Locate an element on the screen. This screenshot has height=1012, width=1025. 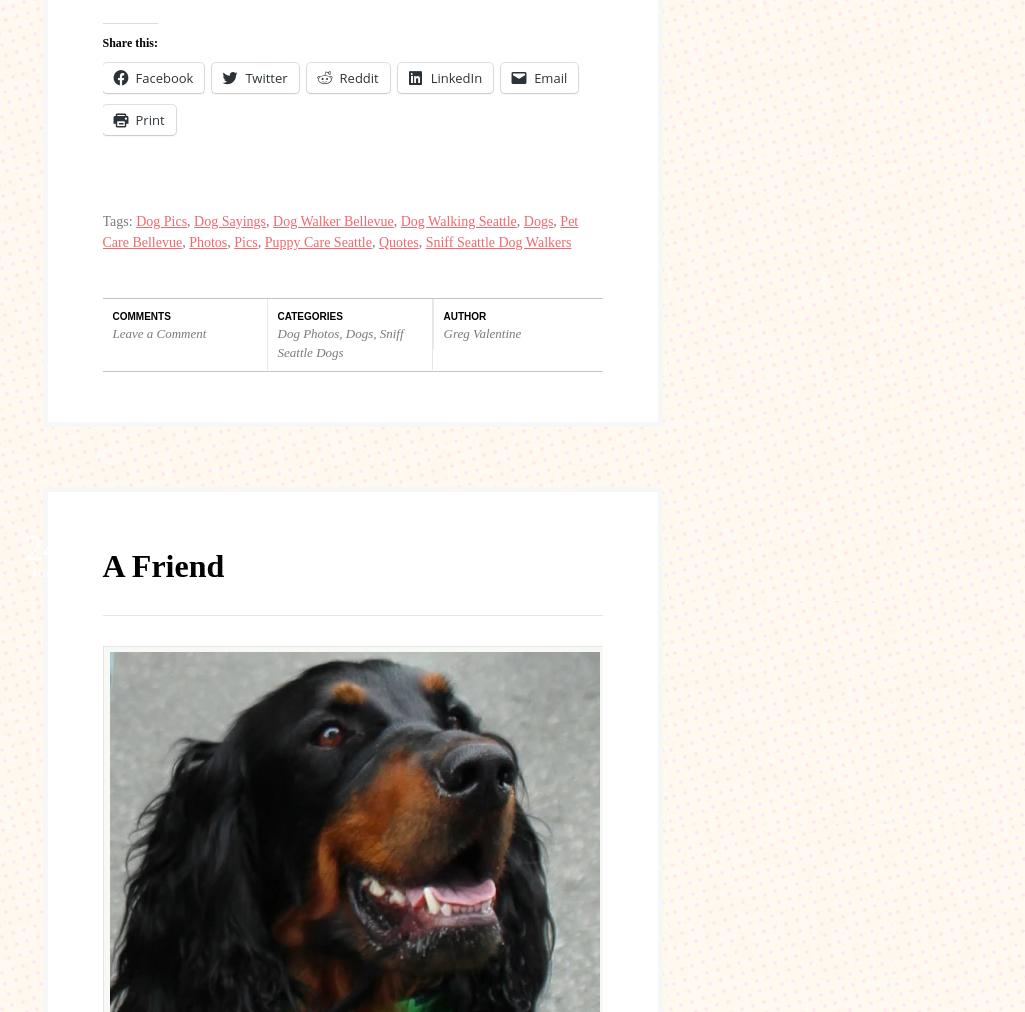
'Twitter' is located at coordinates (264, 76).